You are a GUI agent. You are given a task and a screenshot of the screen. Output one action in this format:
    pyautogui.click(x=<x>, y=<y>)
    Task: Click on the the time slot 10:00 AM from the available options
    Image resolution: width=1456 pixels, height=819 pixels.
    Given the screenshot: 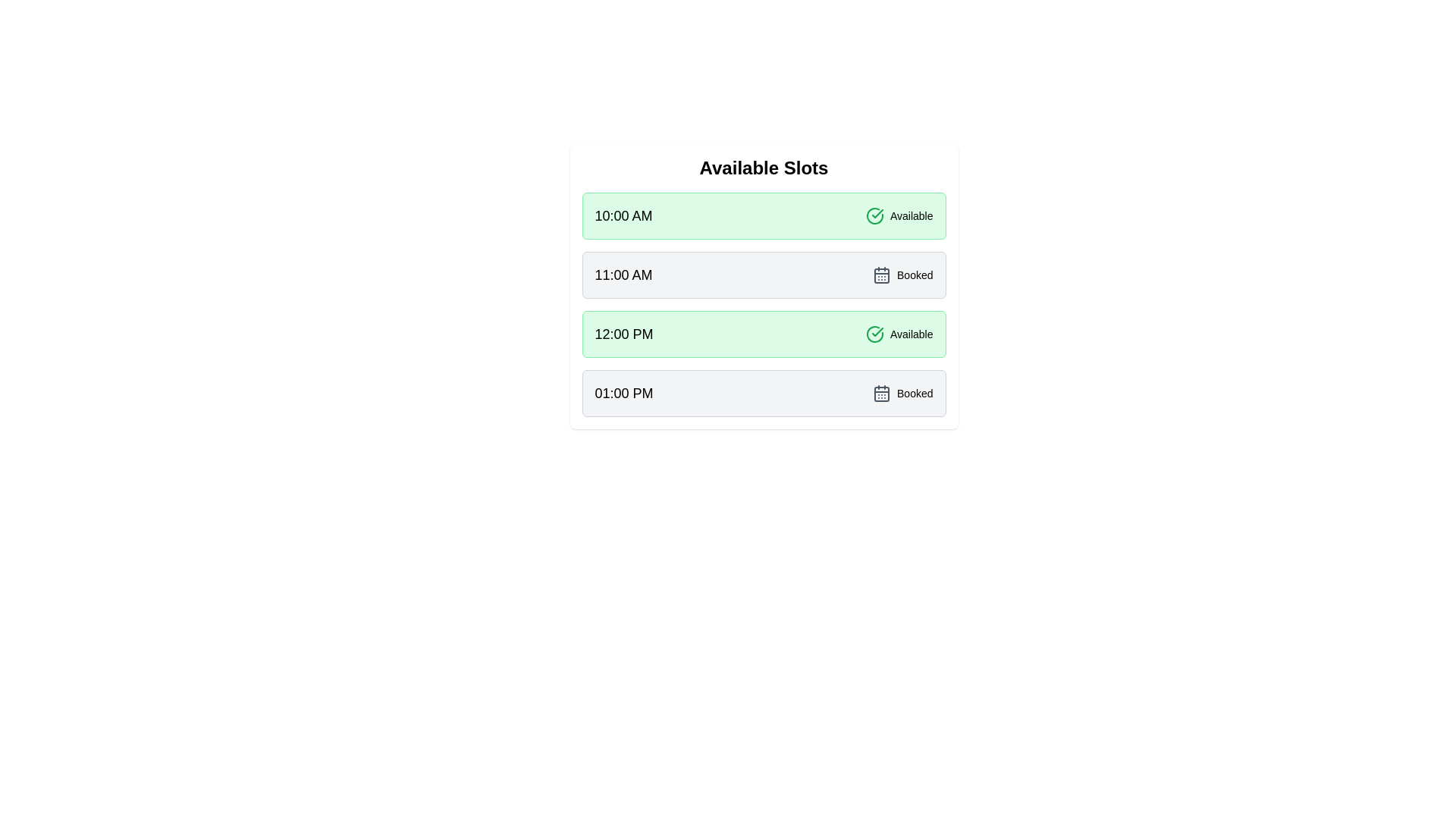 What is the action you would take?
    pyautogui.click(x=764, y=216)
    